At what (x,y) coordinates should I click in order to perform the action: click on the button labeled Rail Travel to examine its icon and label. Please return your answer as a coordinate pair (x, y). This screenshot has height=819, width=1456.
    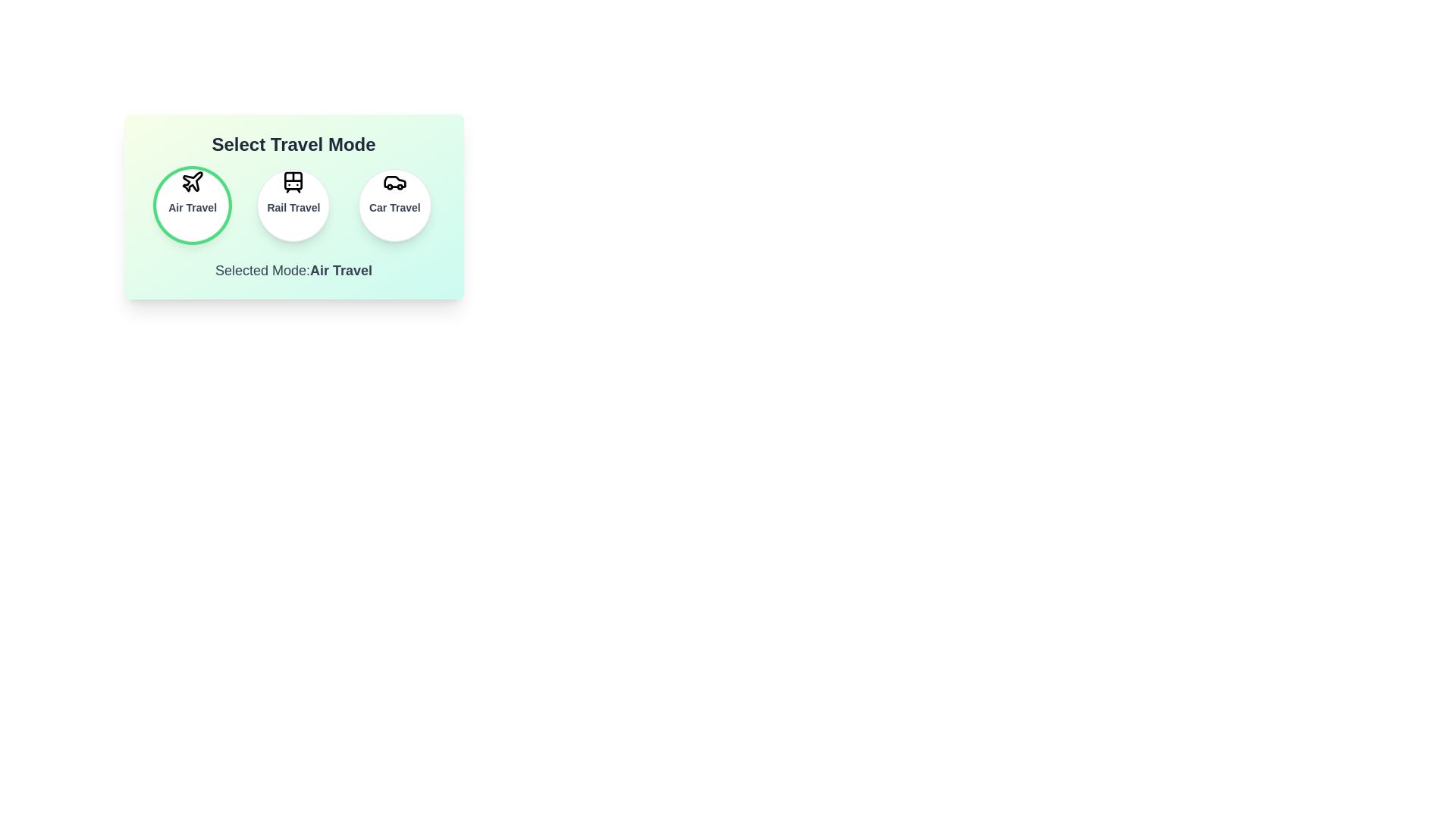
    Looking at the image, I should click on (293, 205).